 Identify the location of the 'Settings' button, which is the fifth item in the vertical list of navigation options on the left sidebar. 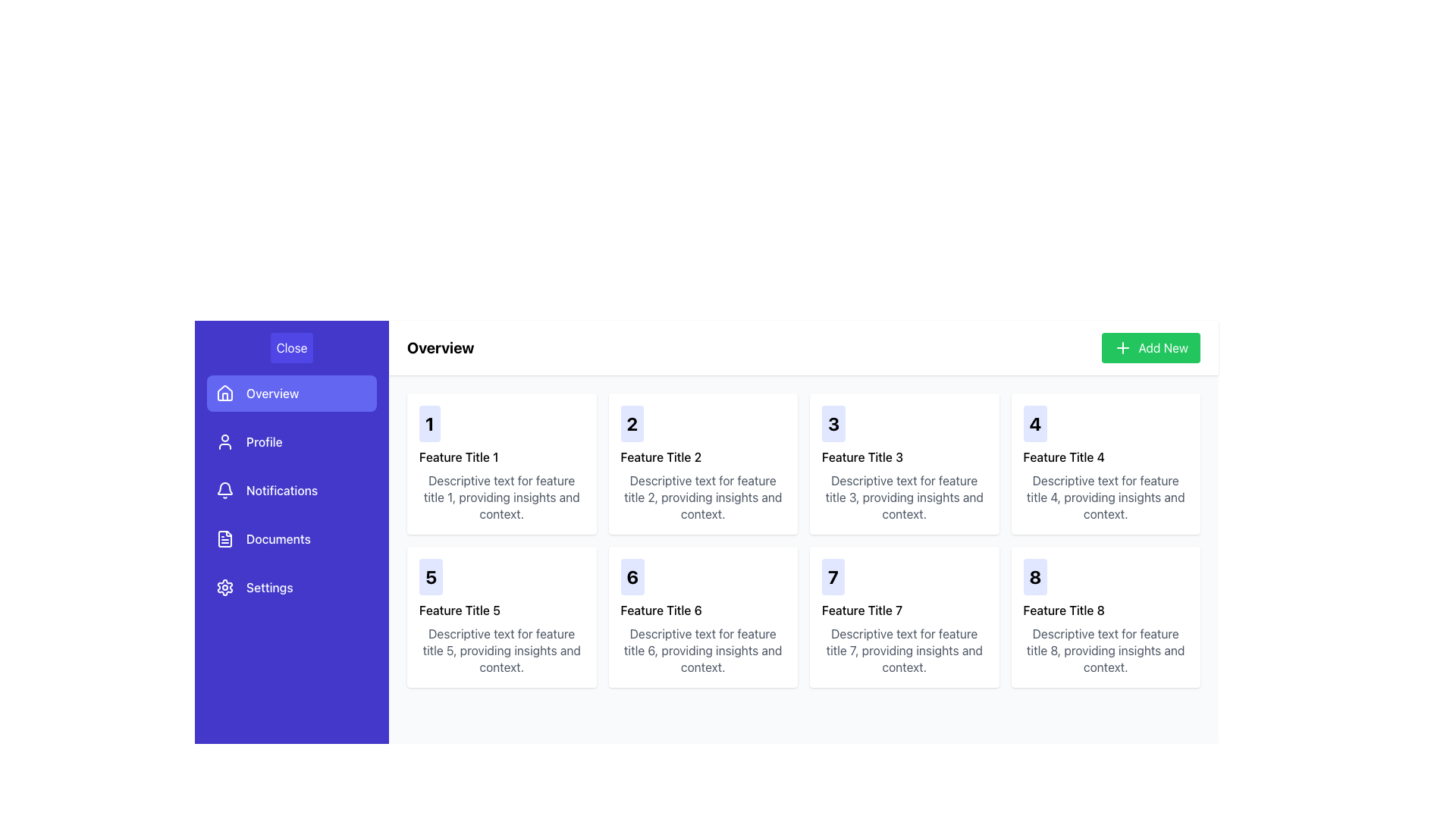
(291, 587).